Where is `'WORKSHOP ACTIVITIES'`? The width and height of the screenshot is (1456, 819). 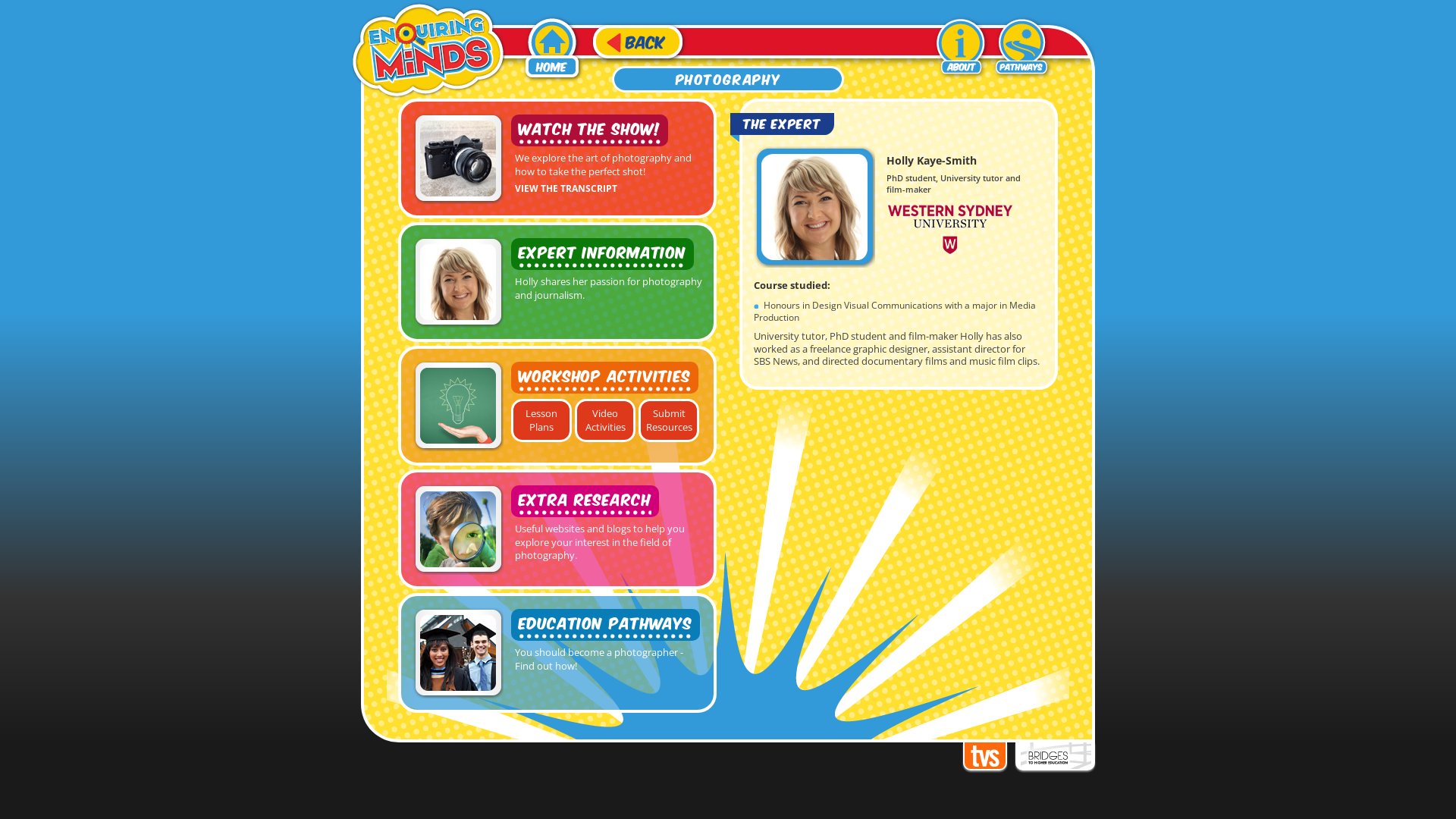
'WORKSHOP ACTIVITIES' is located at coordinates (604, 376).